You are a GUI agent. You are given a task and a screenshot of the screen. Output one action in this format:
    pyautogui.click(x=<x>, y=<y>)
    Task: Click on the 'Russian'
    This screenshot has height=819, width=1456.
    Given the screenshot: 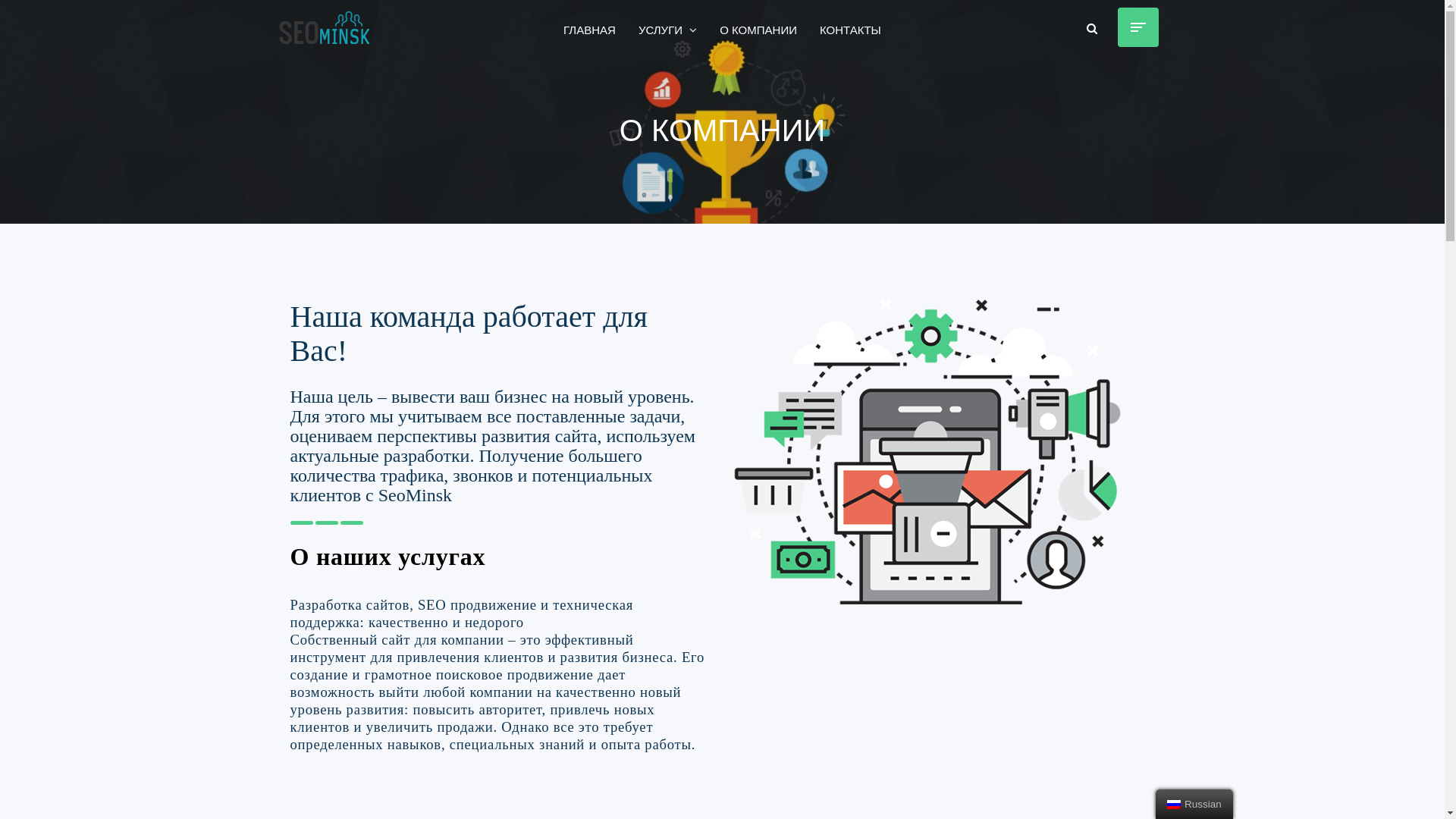 What is the action you would take?
    pyautogui.click(x=1172, y=803)
    